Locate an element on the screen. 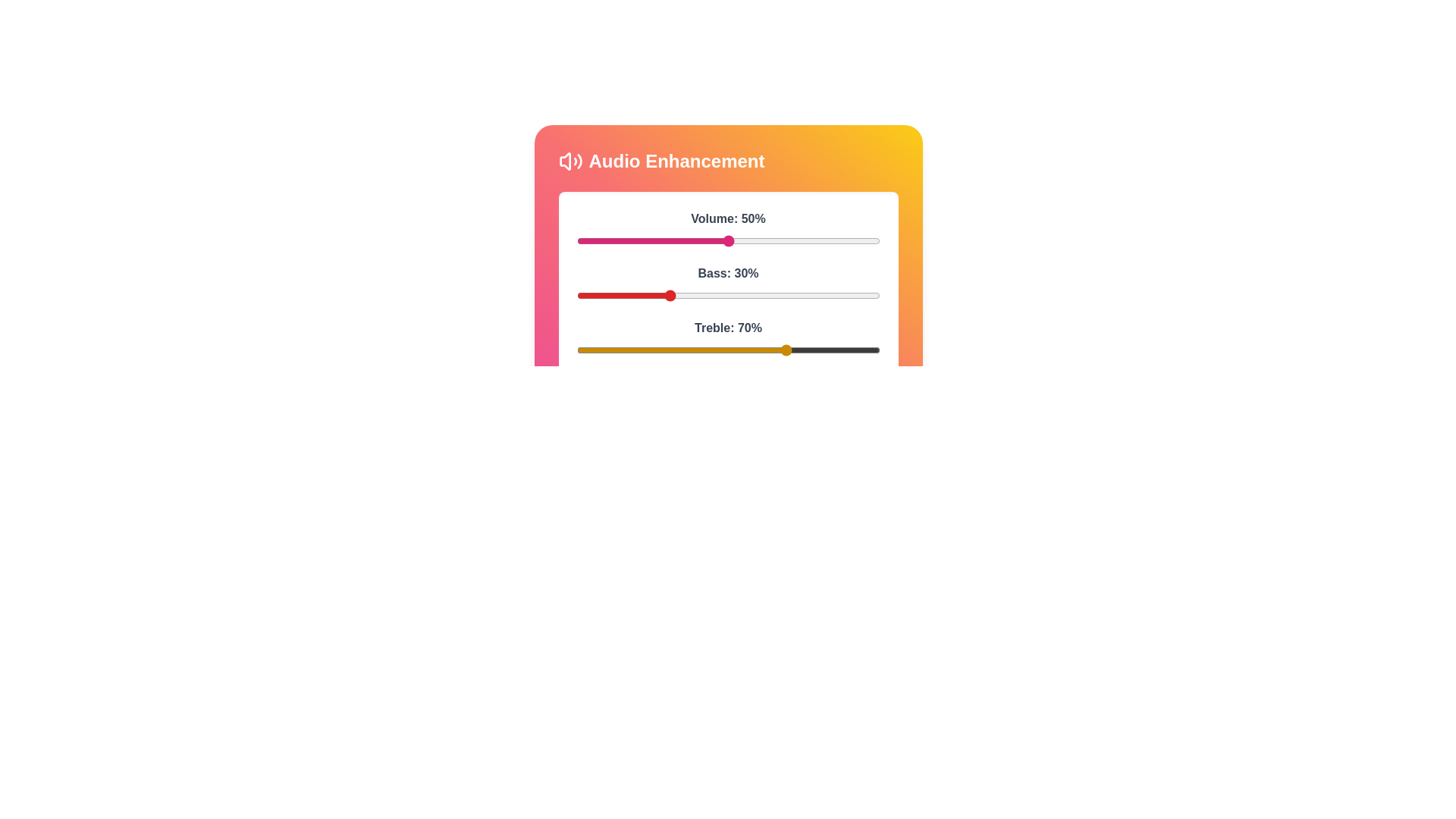 This screenshot has height=819, width=1456. the text label indicating the current bass level, which displays '30%'. This label is positioned centrally in the interface, above the 'Treble' section and below the 'Volume' section is located at coordinates (728, 274).